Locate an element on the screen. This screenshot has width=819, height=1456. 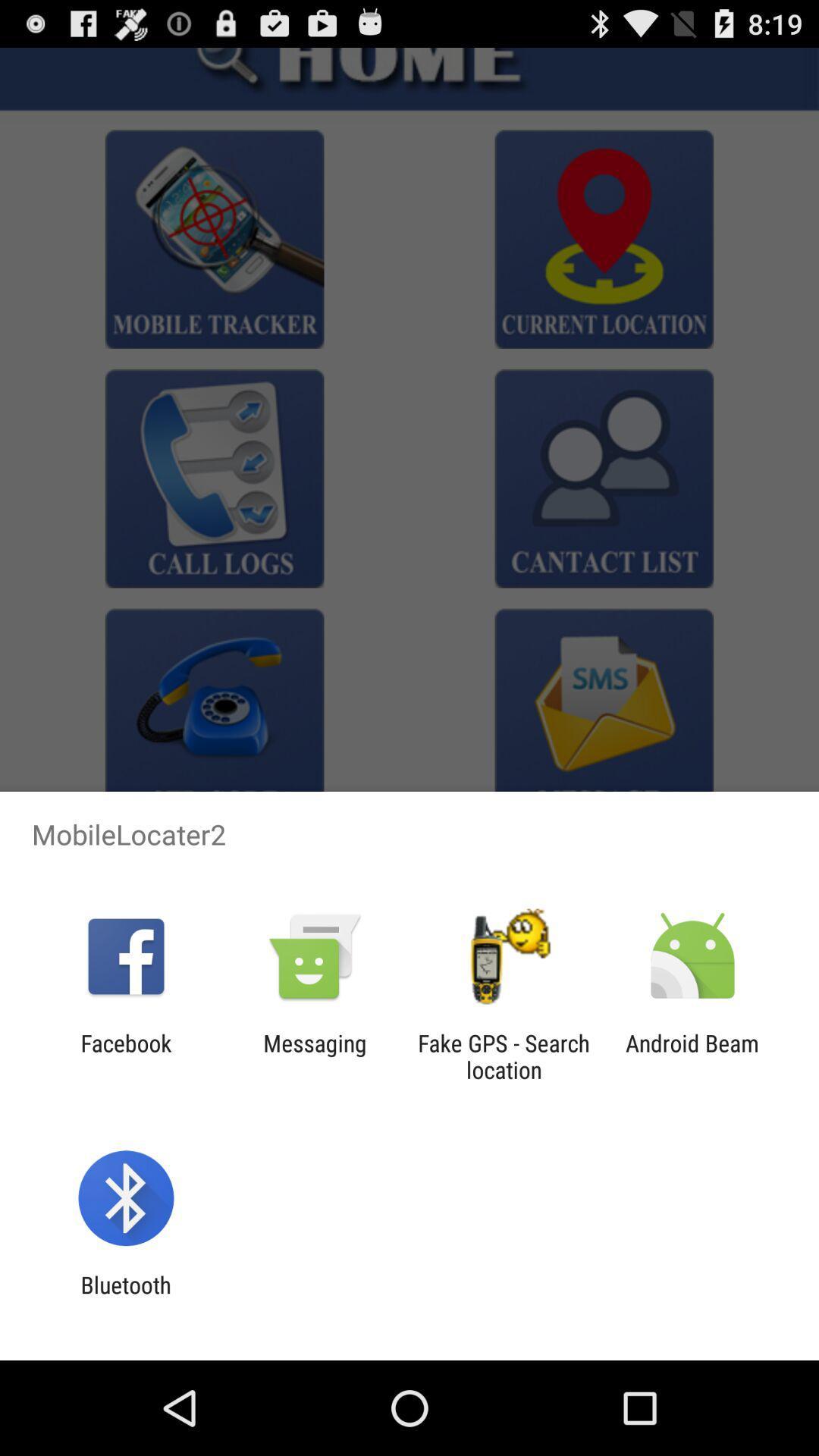
the icon next to fake gps search icon is located at coordinates (314, 1056).